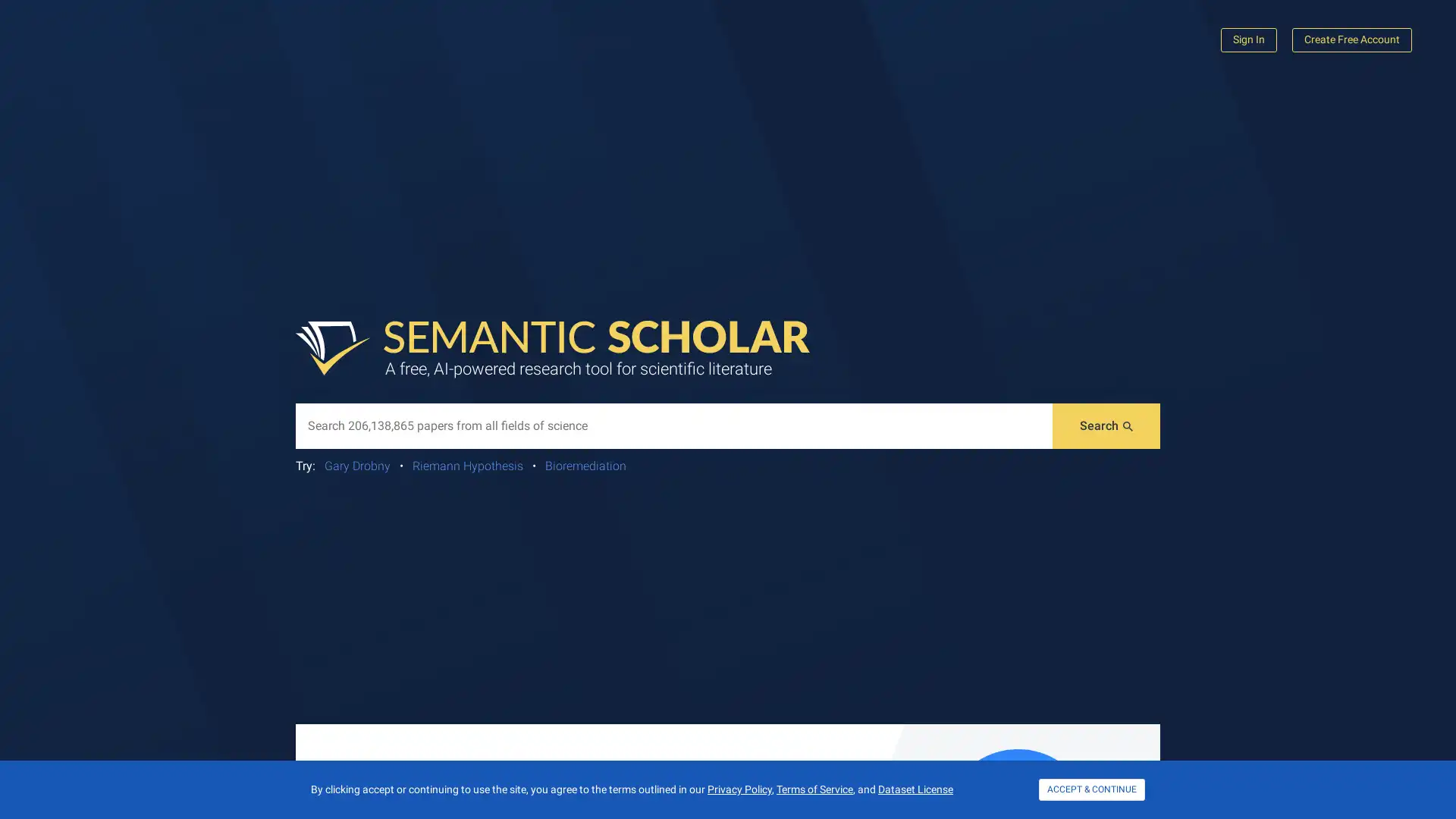 The height and width of the screenshot is (819, 1456). Describe the element at coordinates (1351, 39) in the screenshot. I see `Create Free Account` at that location.